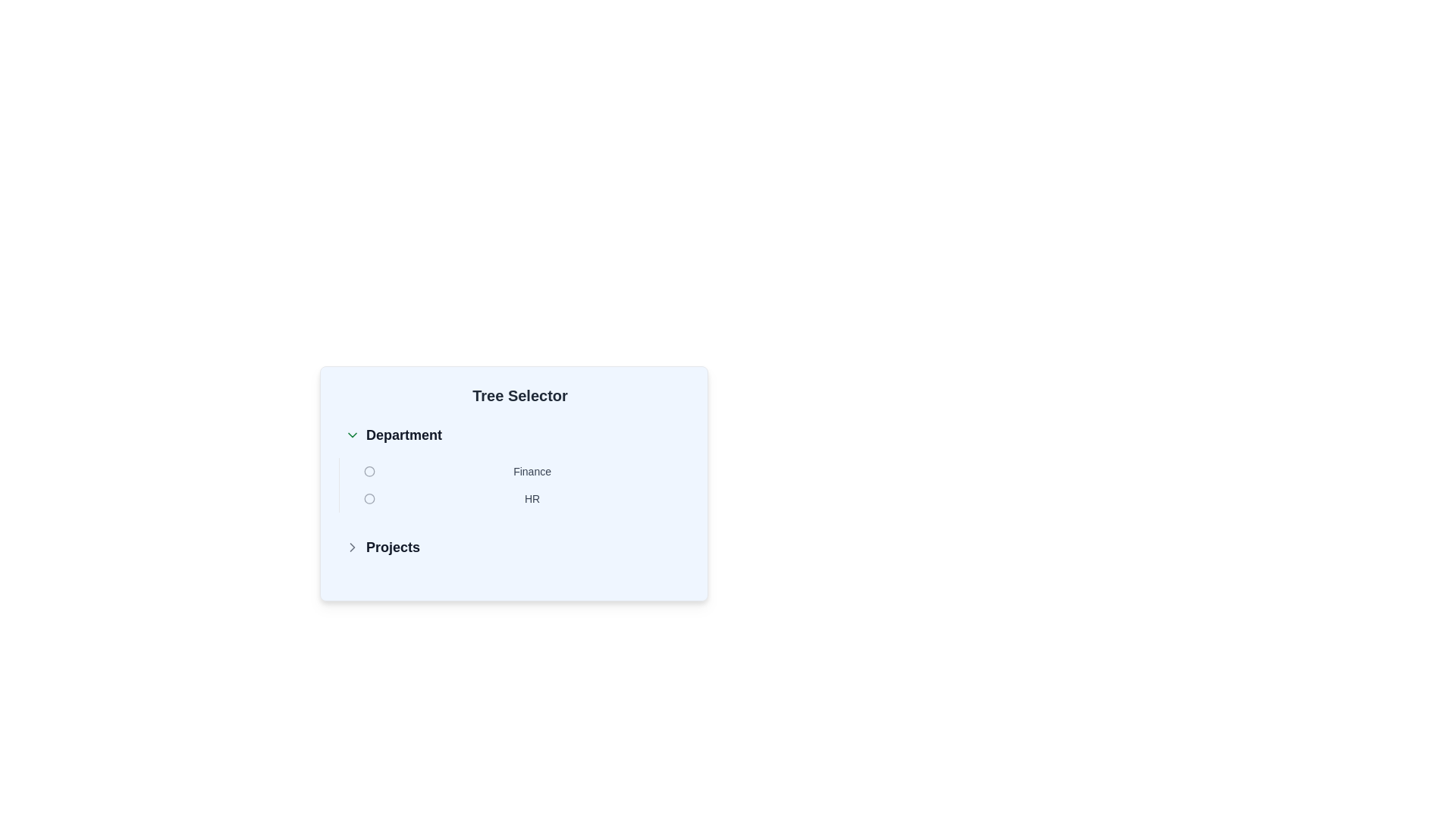 Image resolution: width=1456 pixels, height=819 pixels. Describe the element at coordinates (369, 470) in the screenshot. I see `the unselected Checkbox located to the left of the 'Finance' label in the first list item of the 'Department' section in the 'Tree Selector' widget` at that location.